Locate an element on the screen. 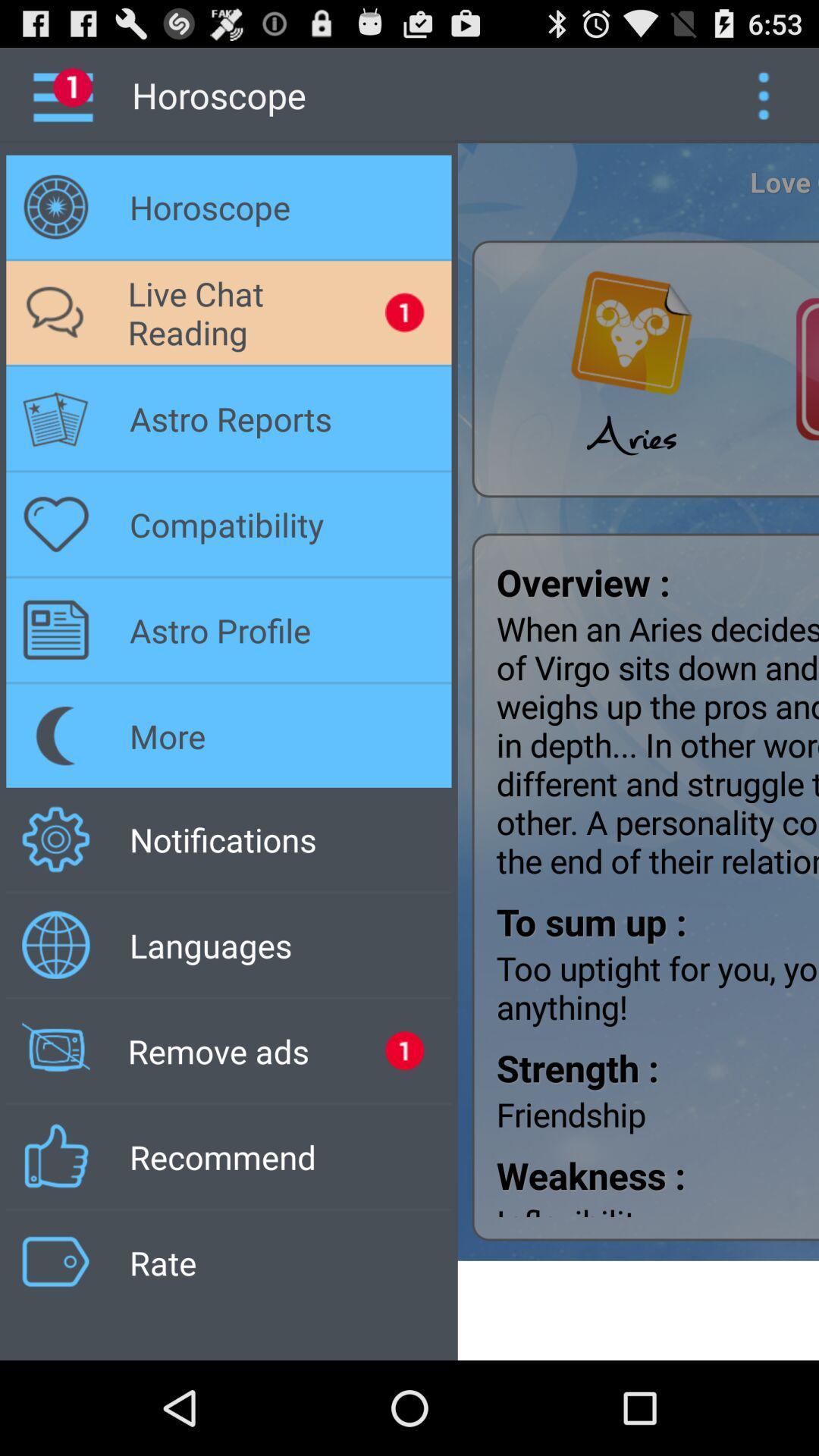 The width and height of the screenshot is (819, 1456). tap button for more information is located at coordinates (763, 94).